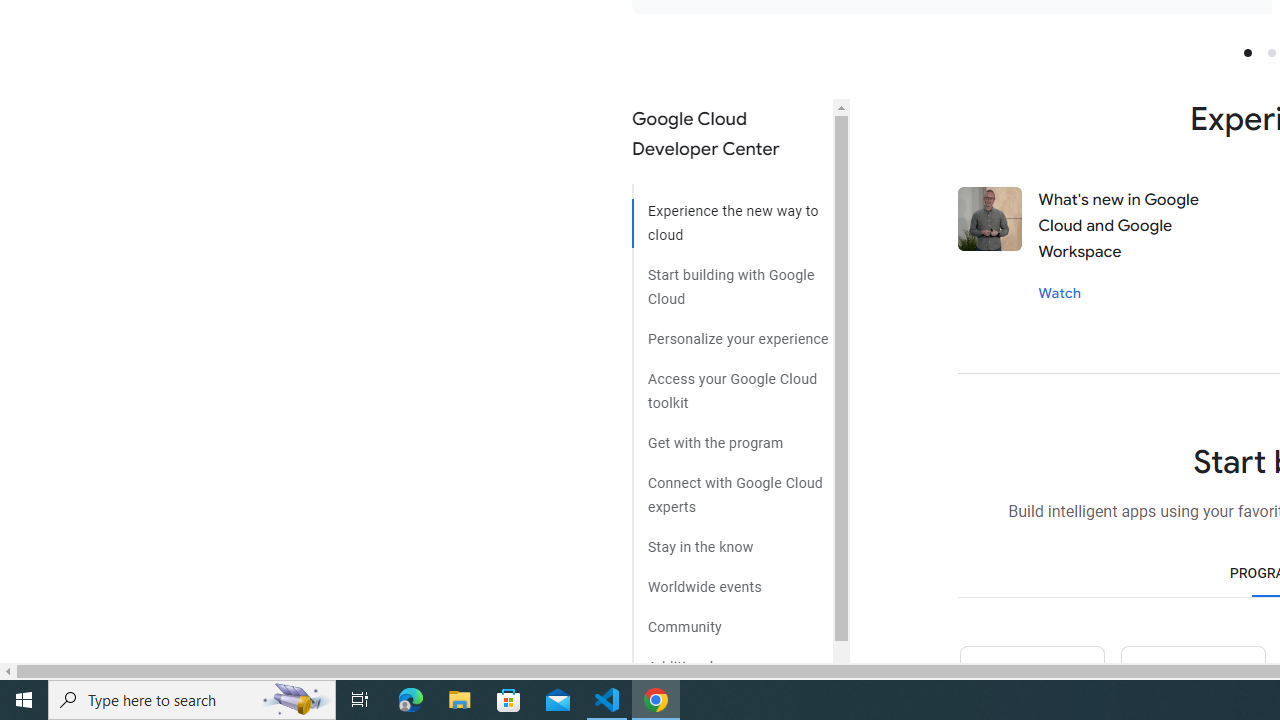  What do you see at coordinates (731, 618) in the screenshot?
I see `'Community'` at bounding box center [731, 618].